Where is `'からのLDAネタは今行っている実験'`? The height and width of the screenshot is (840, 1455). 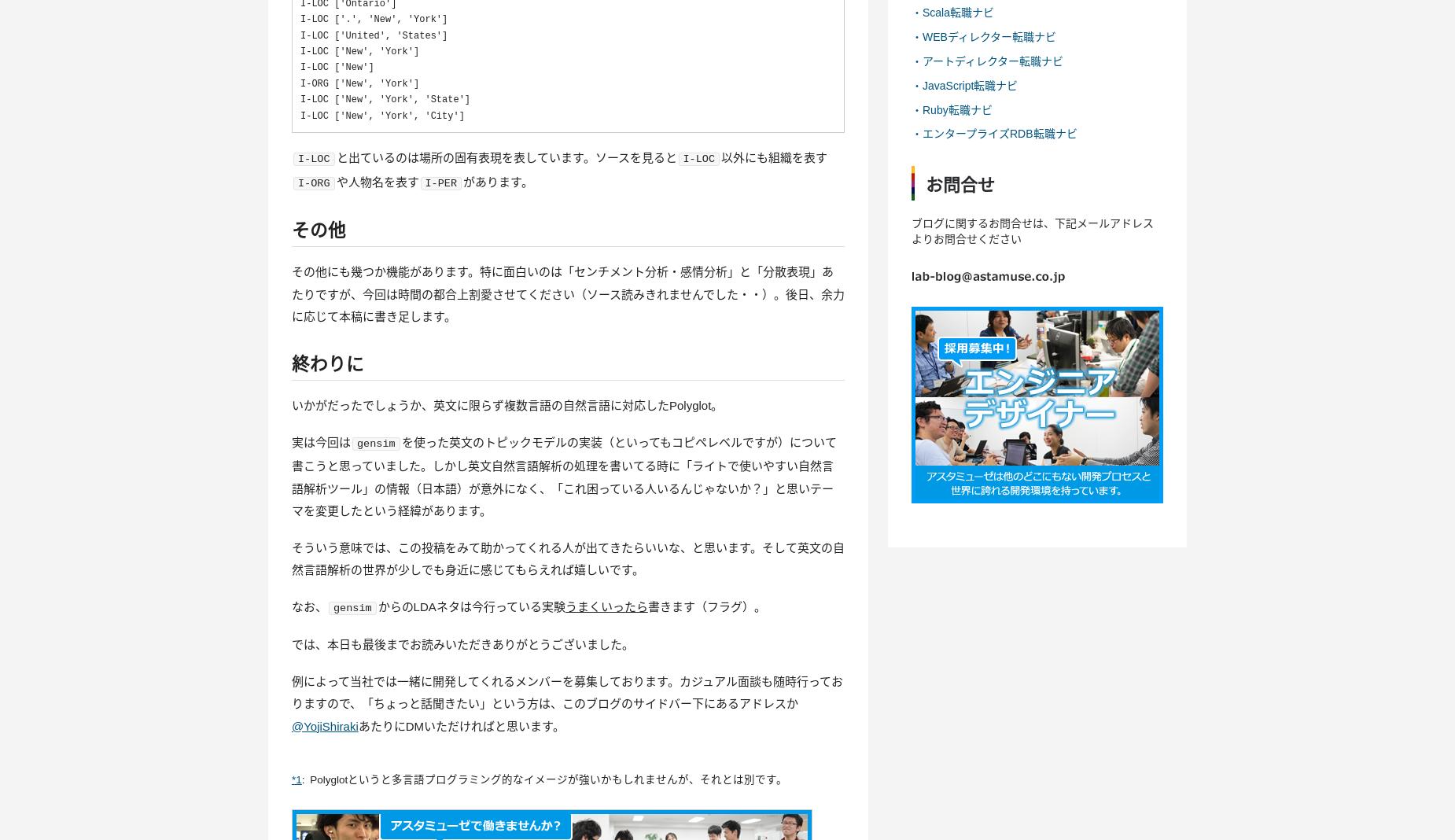 'からのLDAネタは今行っている実験' is located at coordinates (471, 606).